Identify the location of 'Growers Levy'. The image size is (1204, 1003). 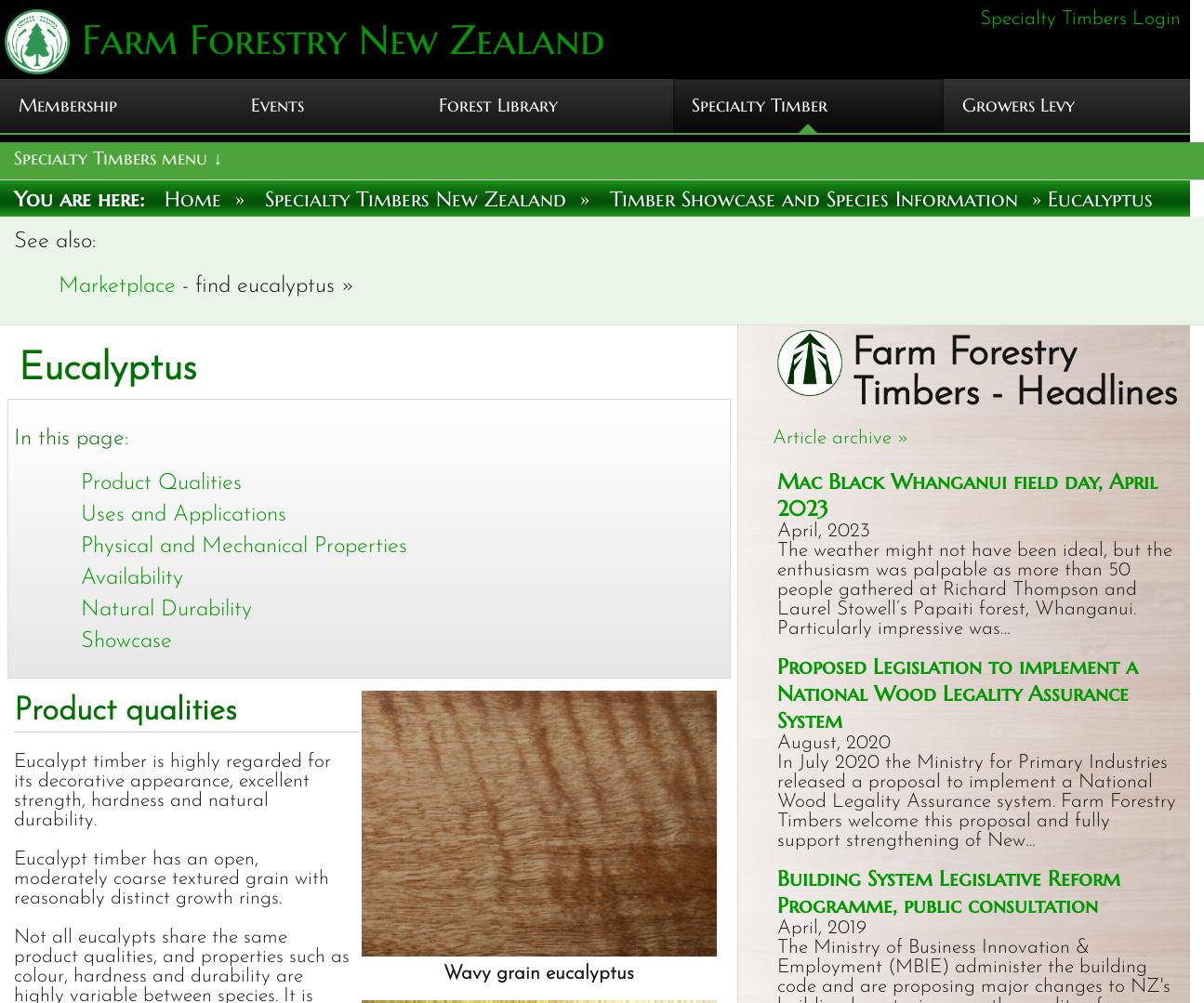
(1017, 105).